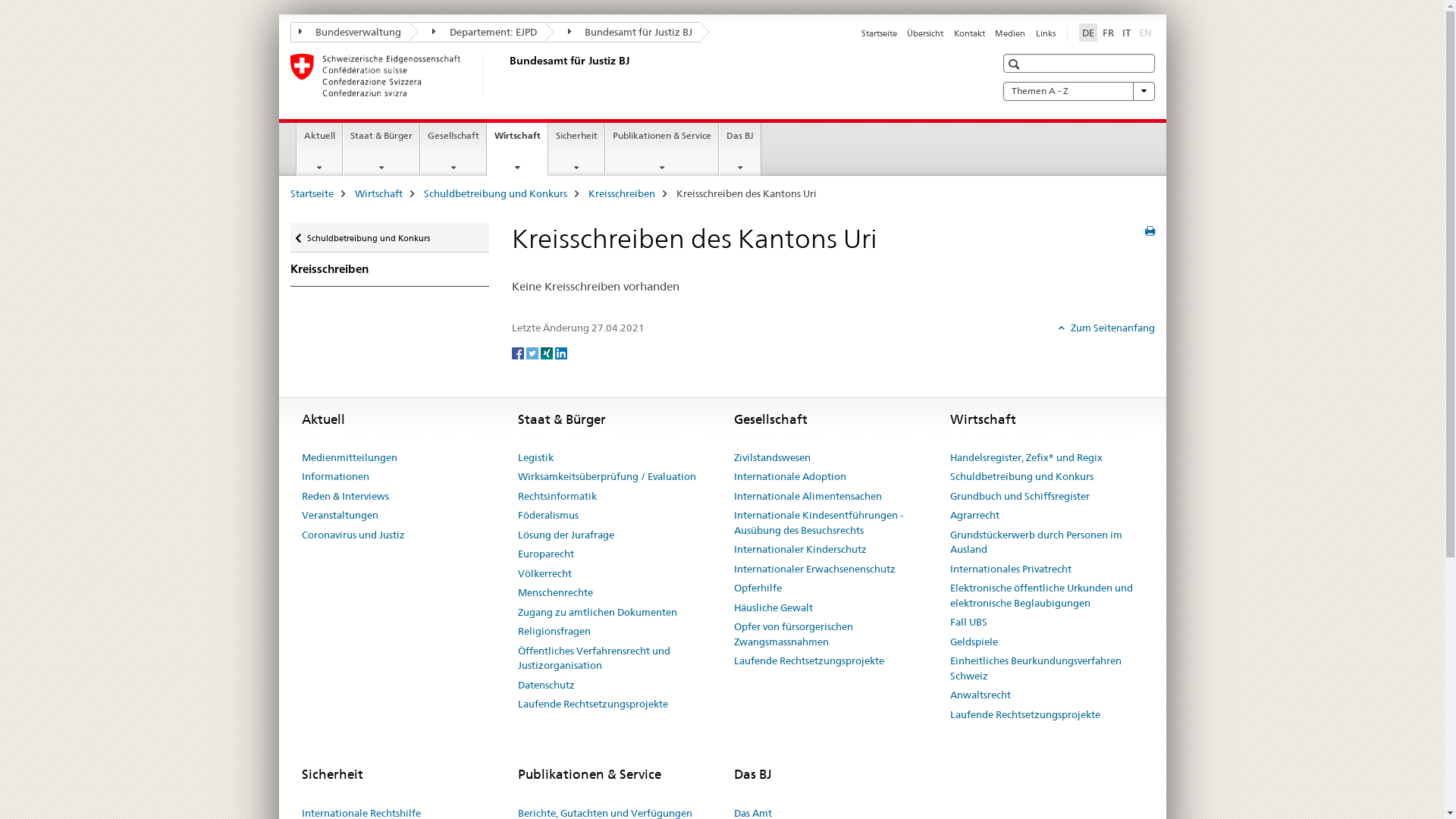  Describe the element at coordinates (421, 149) in the screenshot. I see `'Gesellschaft'` at that location.